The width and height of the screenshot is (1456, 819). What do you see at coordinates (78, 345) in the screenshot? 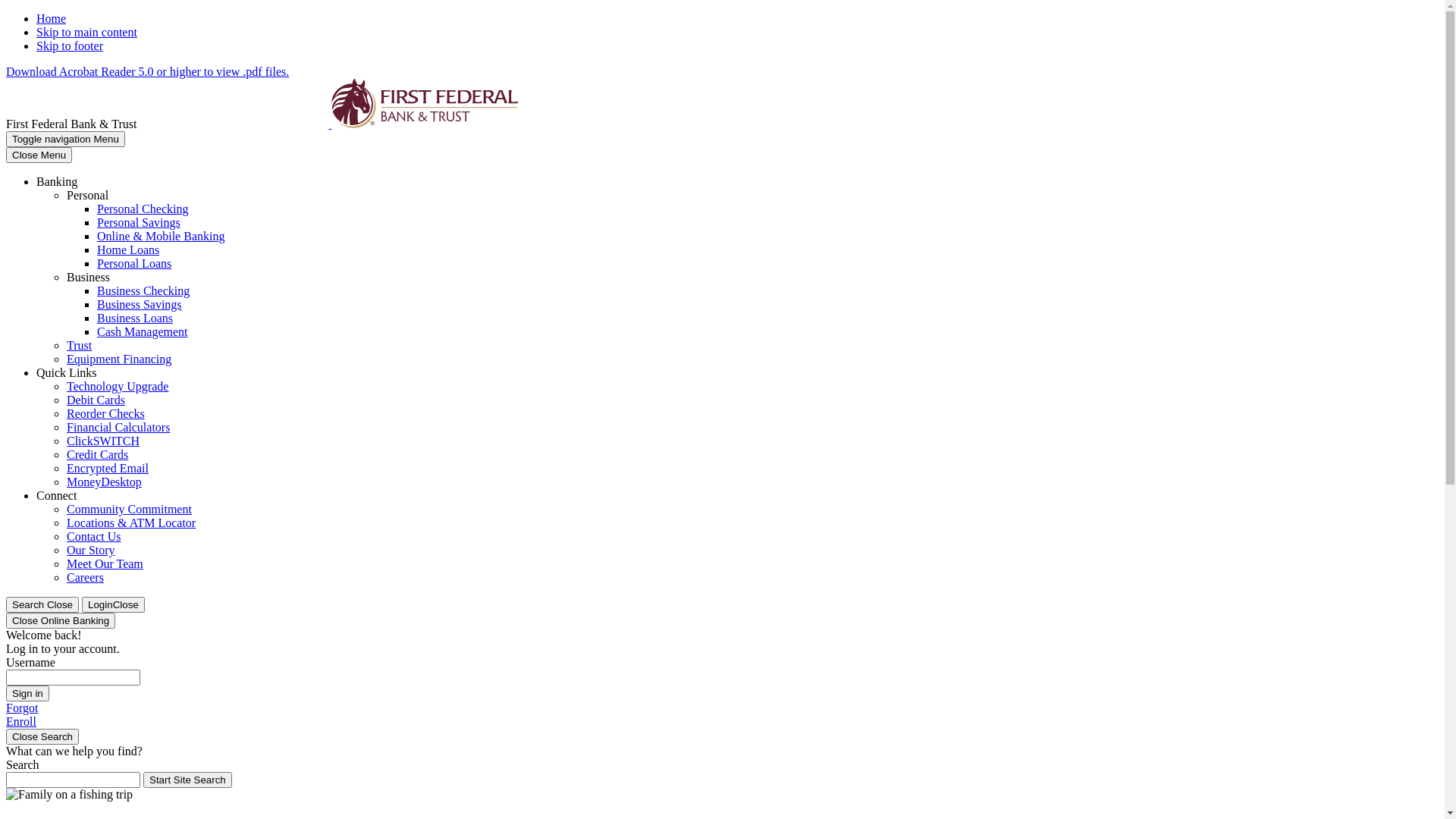
I see `'Trust'` at bounding box center [78, 345].